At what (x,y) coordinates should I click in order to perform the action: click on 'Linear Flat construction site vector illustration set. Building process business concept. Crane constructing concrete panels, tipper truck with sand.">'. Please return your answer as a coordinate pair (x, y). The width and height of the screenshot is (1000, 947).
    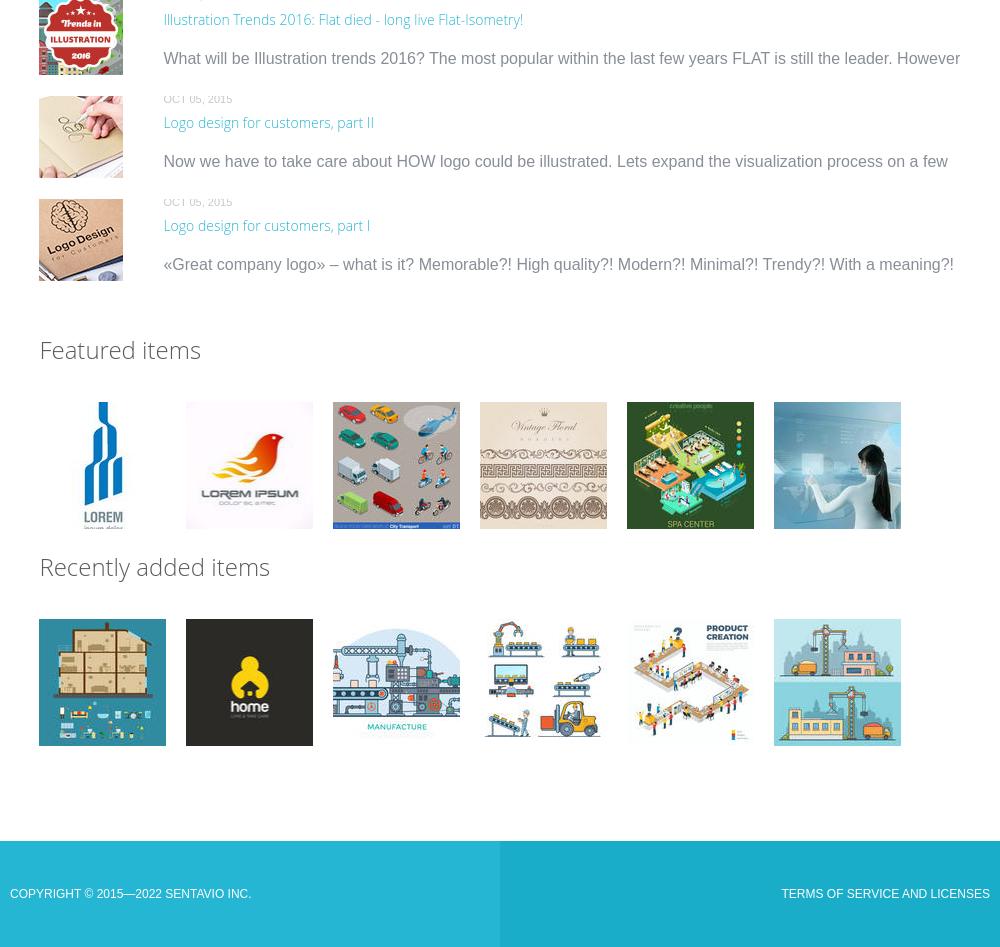
    Looking at the image, I should click on (774, 706).